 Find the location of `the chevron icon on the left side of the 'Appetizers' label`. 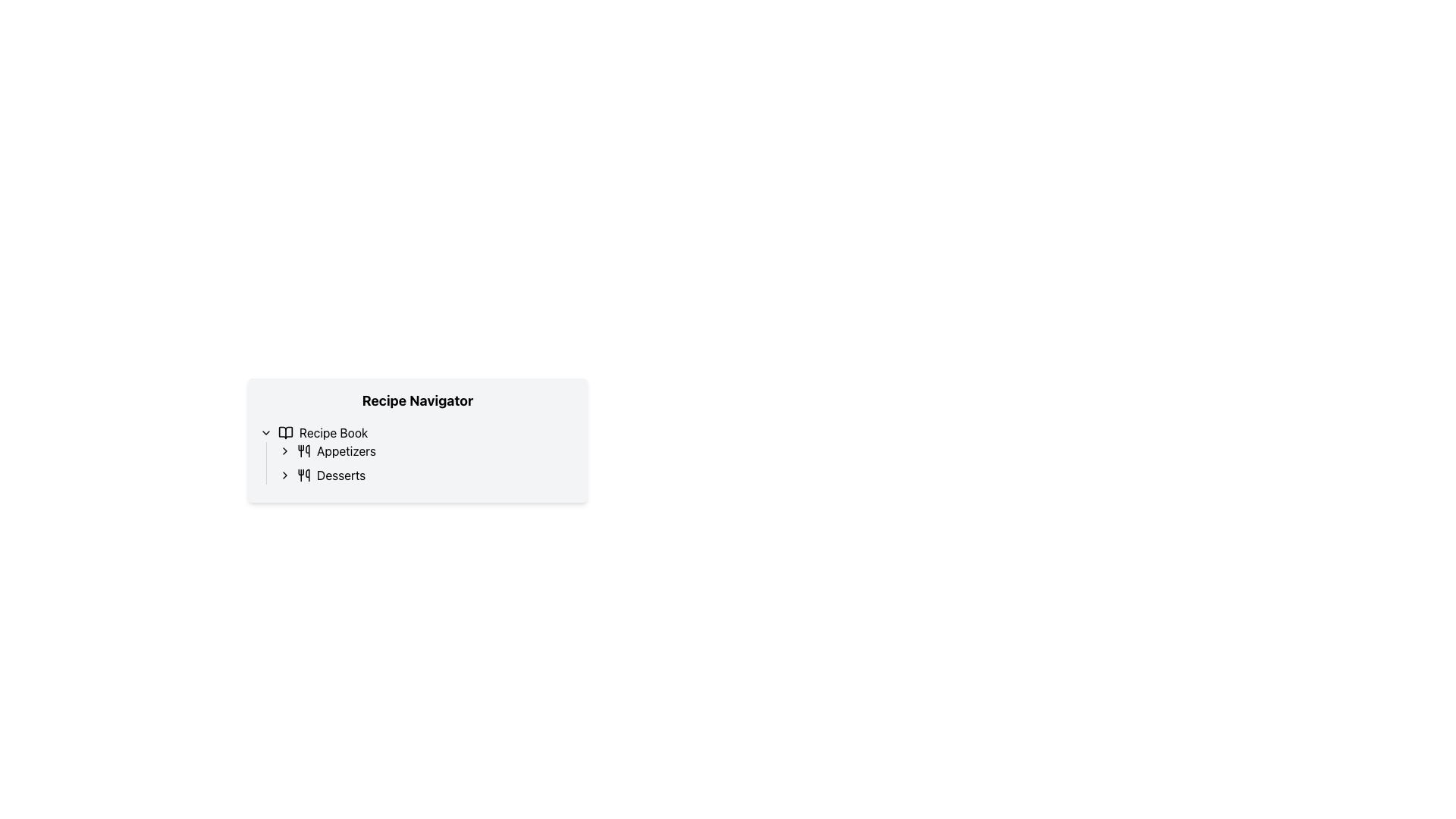

the chevron icon on the left side of the 'Appetizers' label is located at coordinates (284, 450).